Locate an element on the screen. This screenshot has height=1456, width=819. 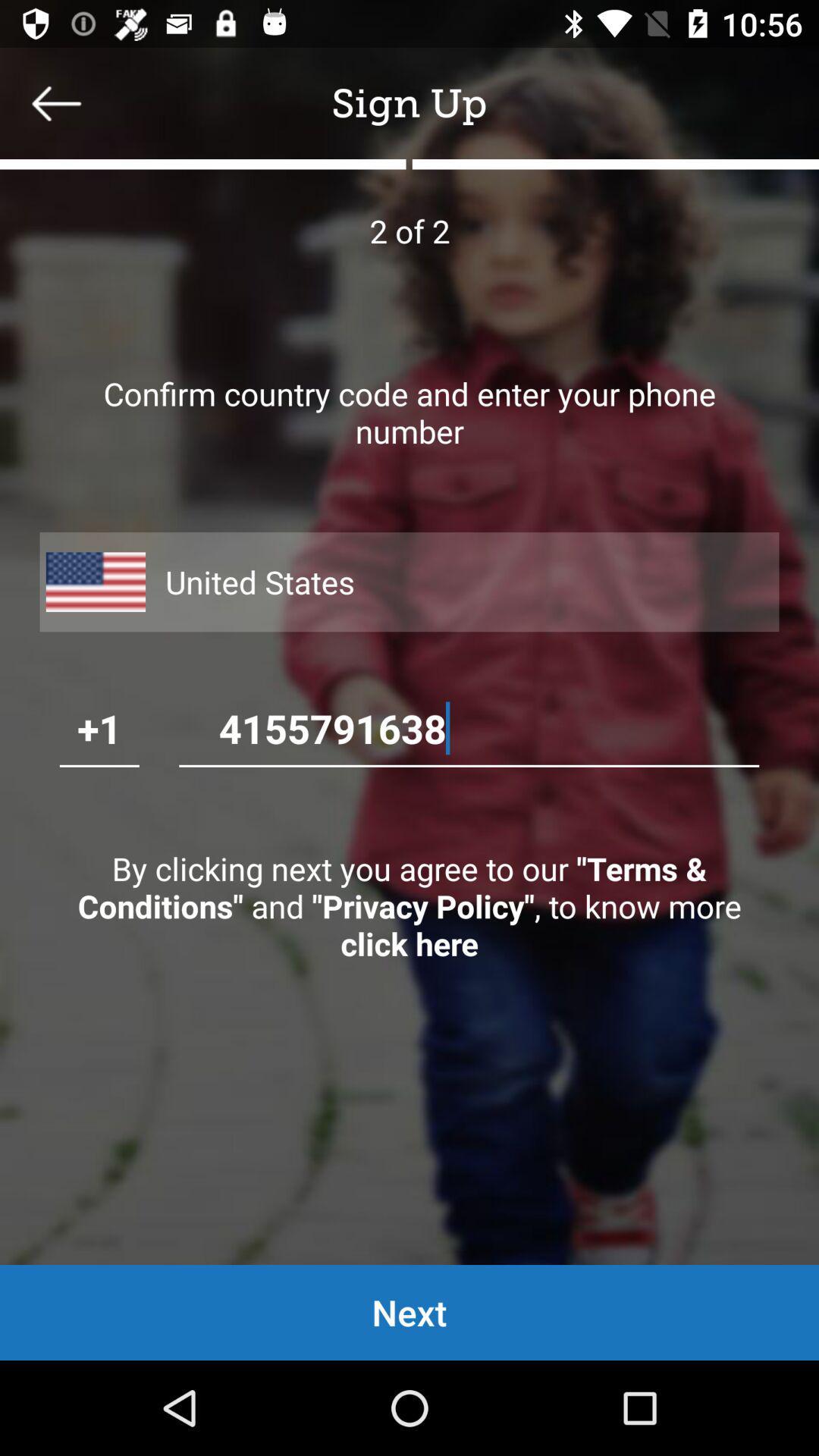
go back is located at coordinates (55, 102).